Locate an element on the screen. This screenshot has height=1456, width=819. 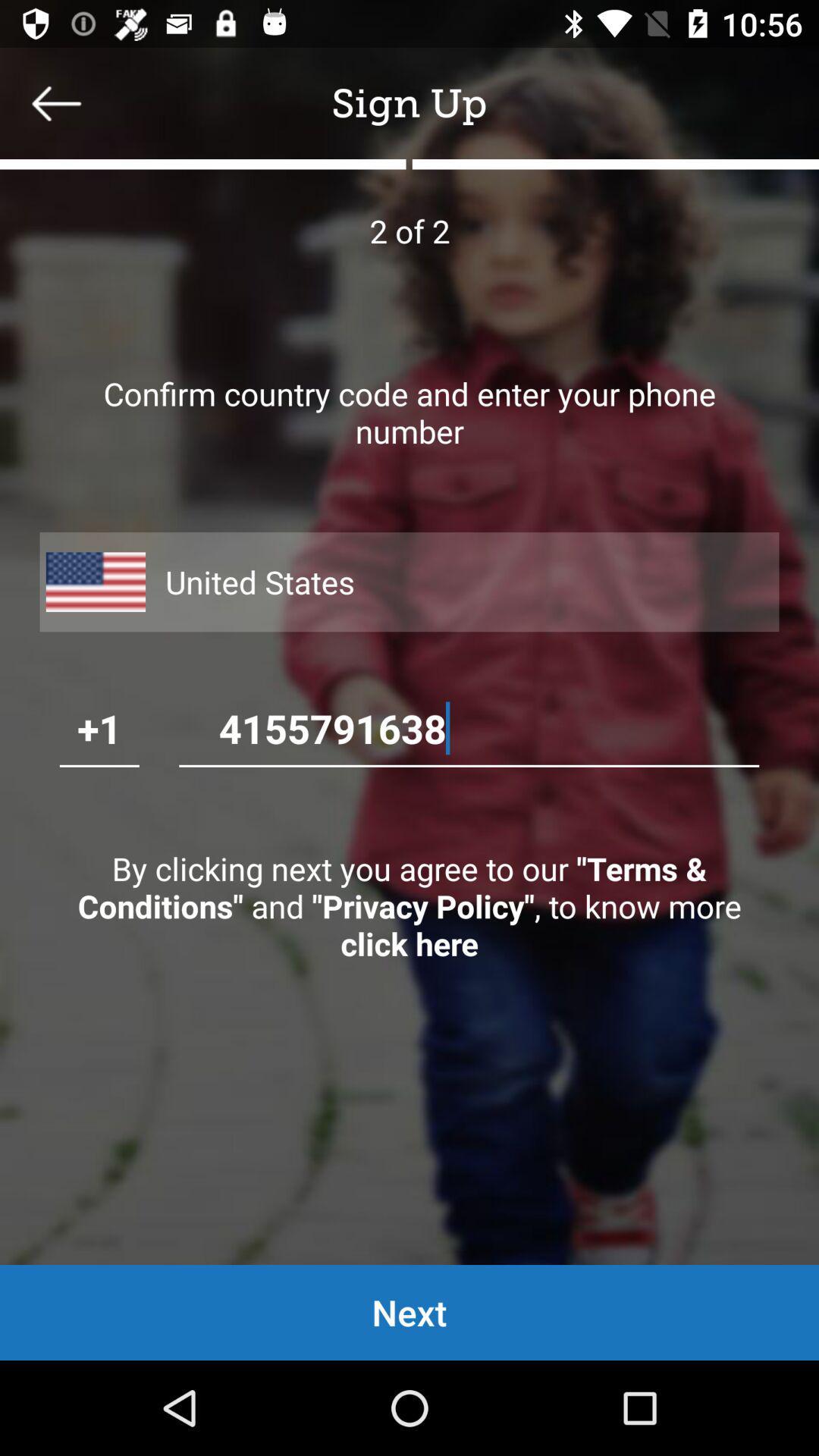
go back is located at coordinates (55, 102).